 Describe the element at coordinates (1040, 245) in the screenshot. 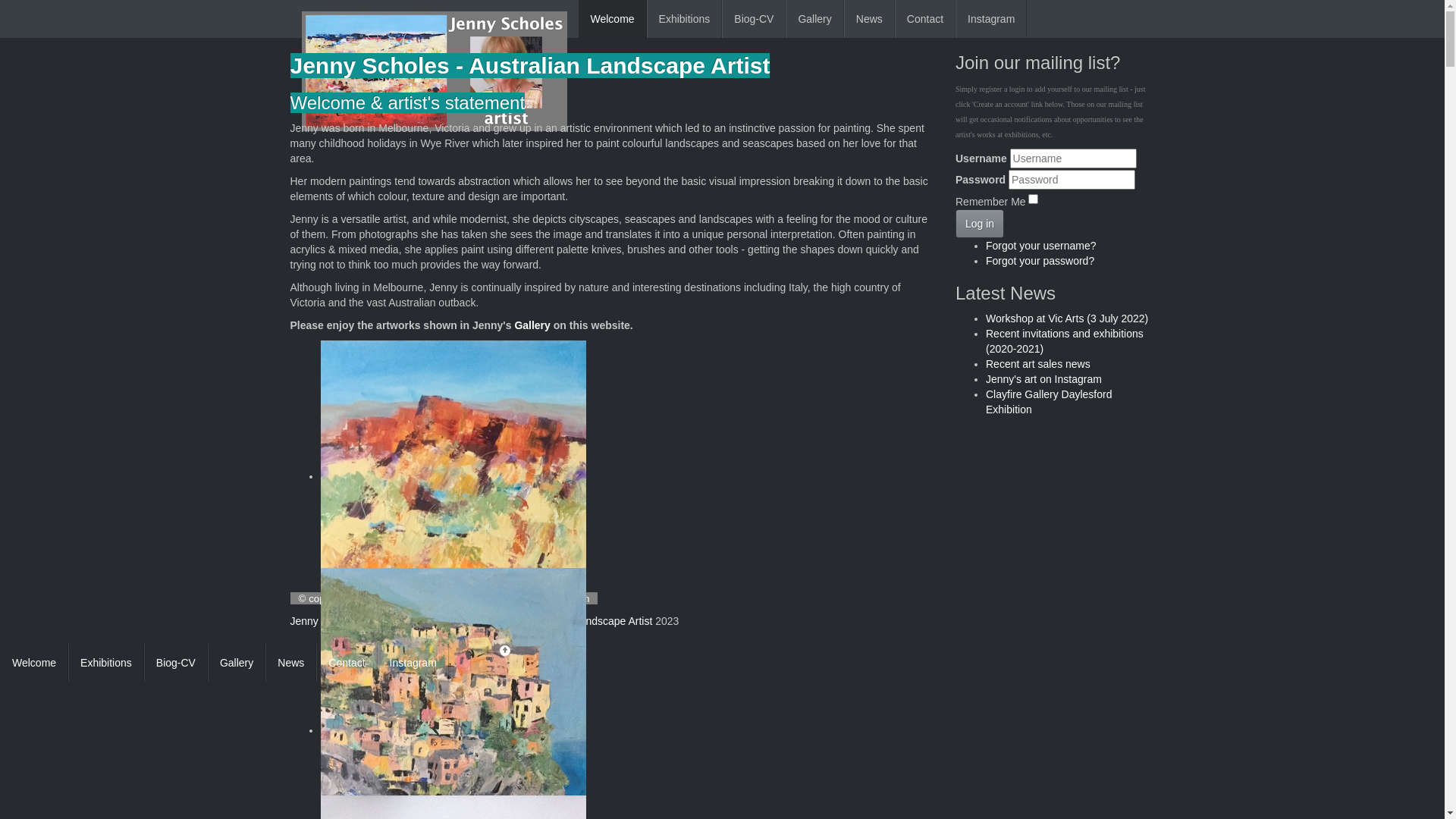

I see `'Forgot your username?'` at that location.